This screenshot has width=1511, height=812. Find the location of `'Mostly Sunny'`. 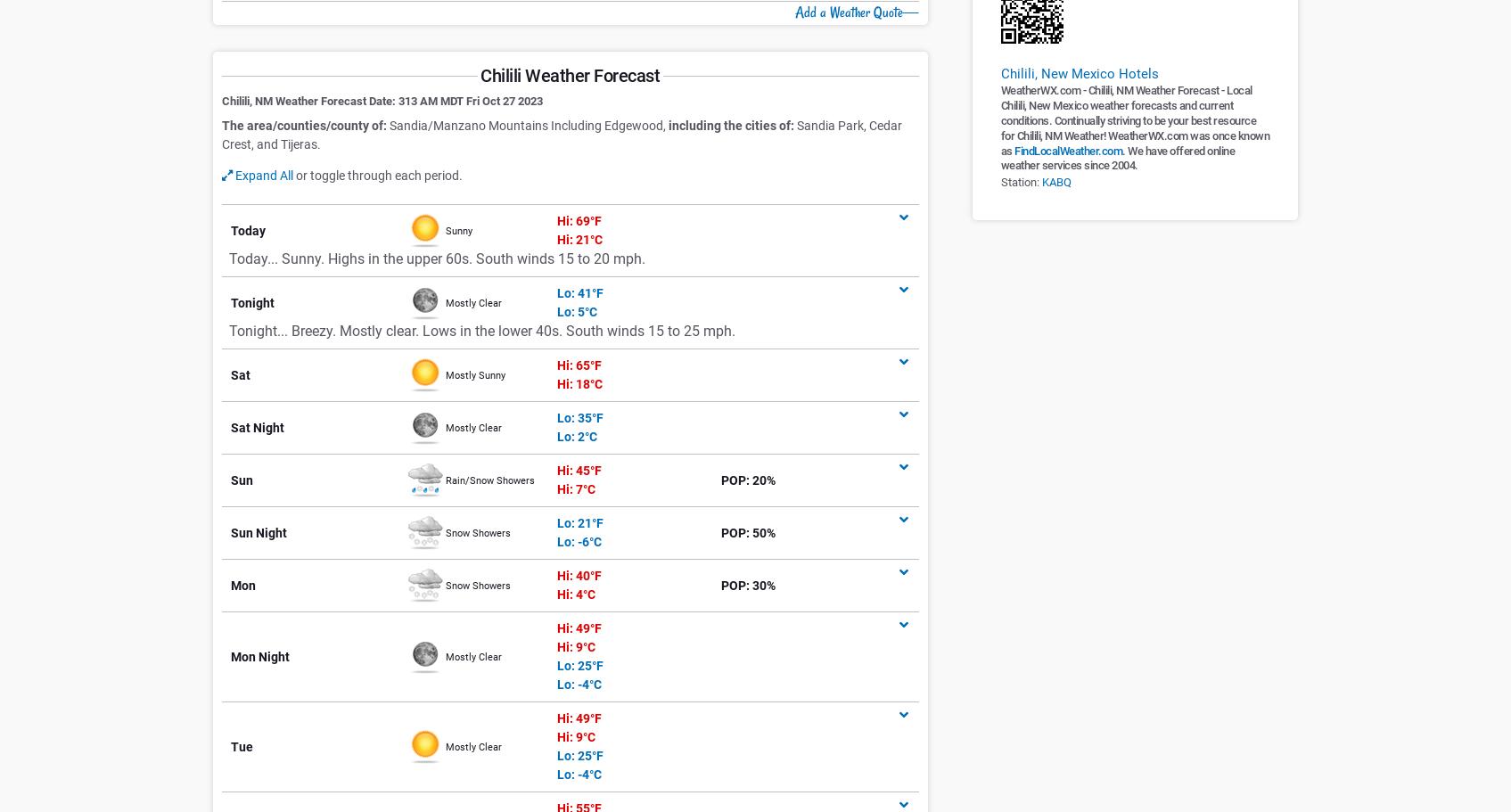

'Mostly Sunny' is located at coordinates (474, 373).